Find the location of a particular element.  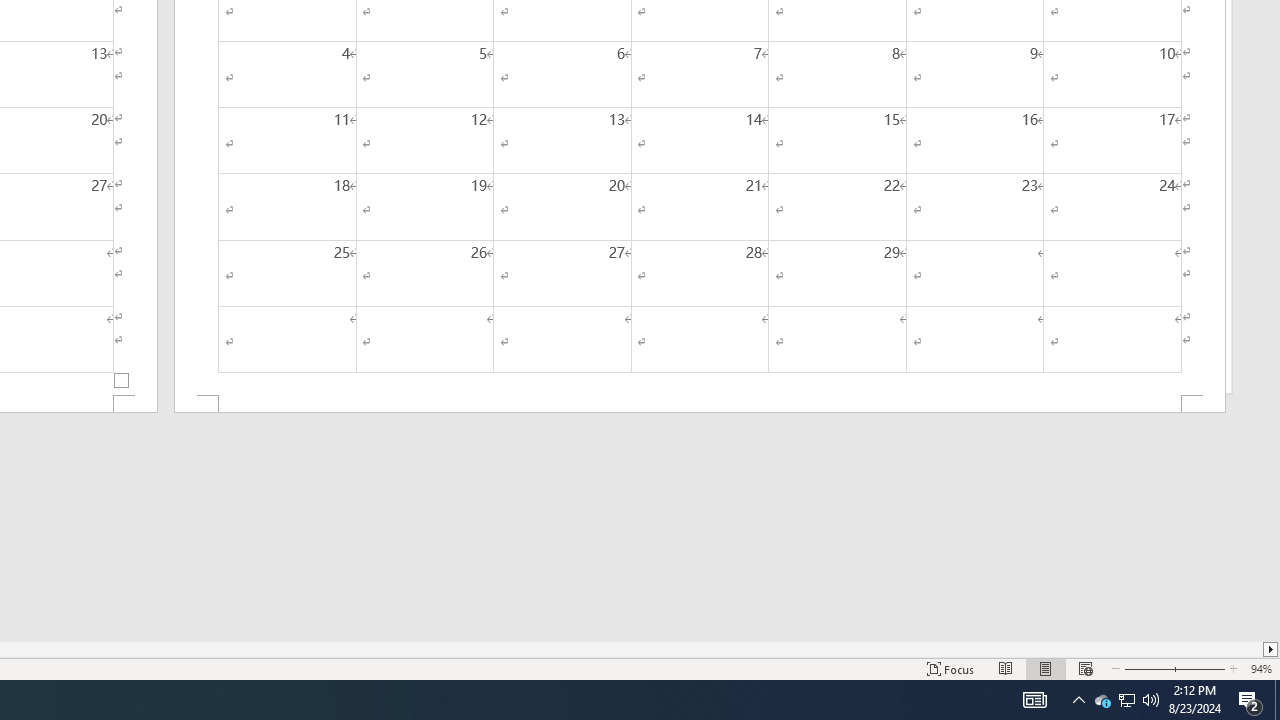

'Column right' is located at coordinates (1270, 649).